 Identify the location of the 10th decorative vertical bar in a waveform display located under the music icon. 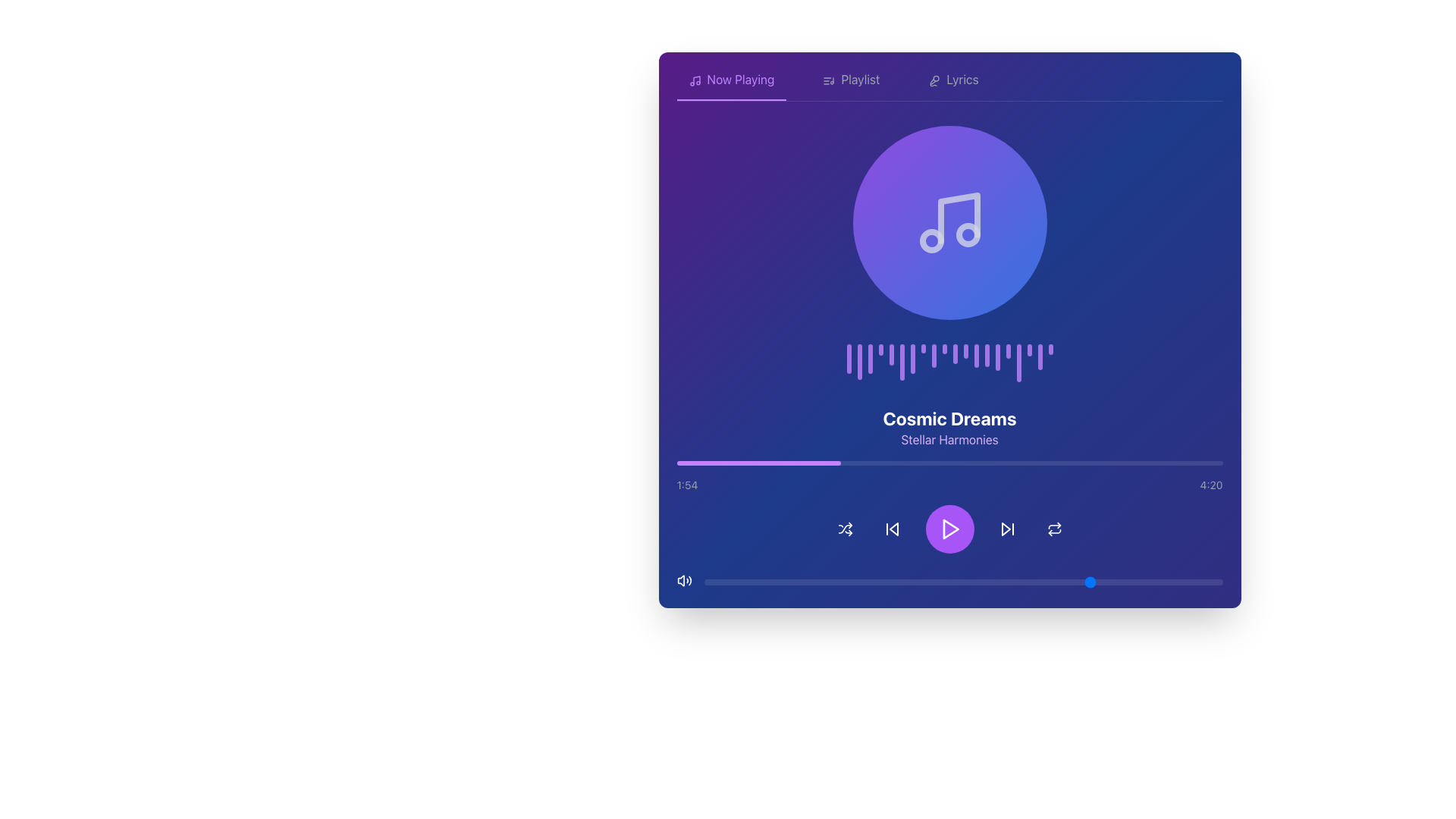
(943, 349).